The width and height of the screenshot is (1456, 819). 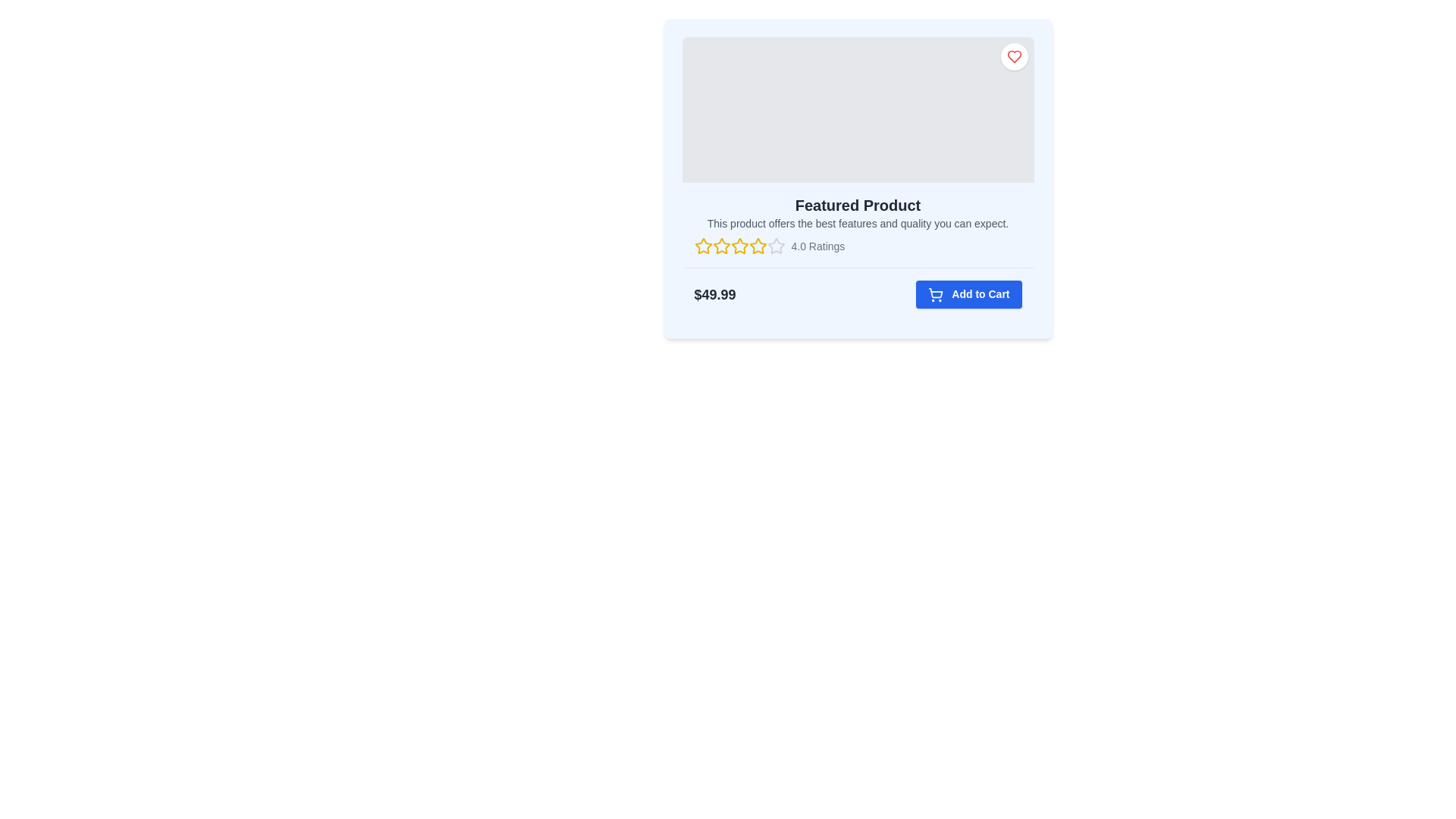 I want to click on textual information from the Informational Content Block that displays product information, including its name, description, and rating score, so click(x=858, y=225).